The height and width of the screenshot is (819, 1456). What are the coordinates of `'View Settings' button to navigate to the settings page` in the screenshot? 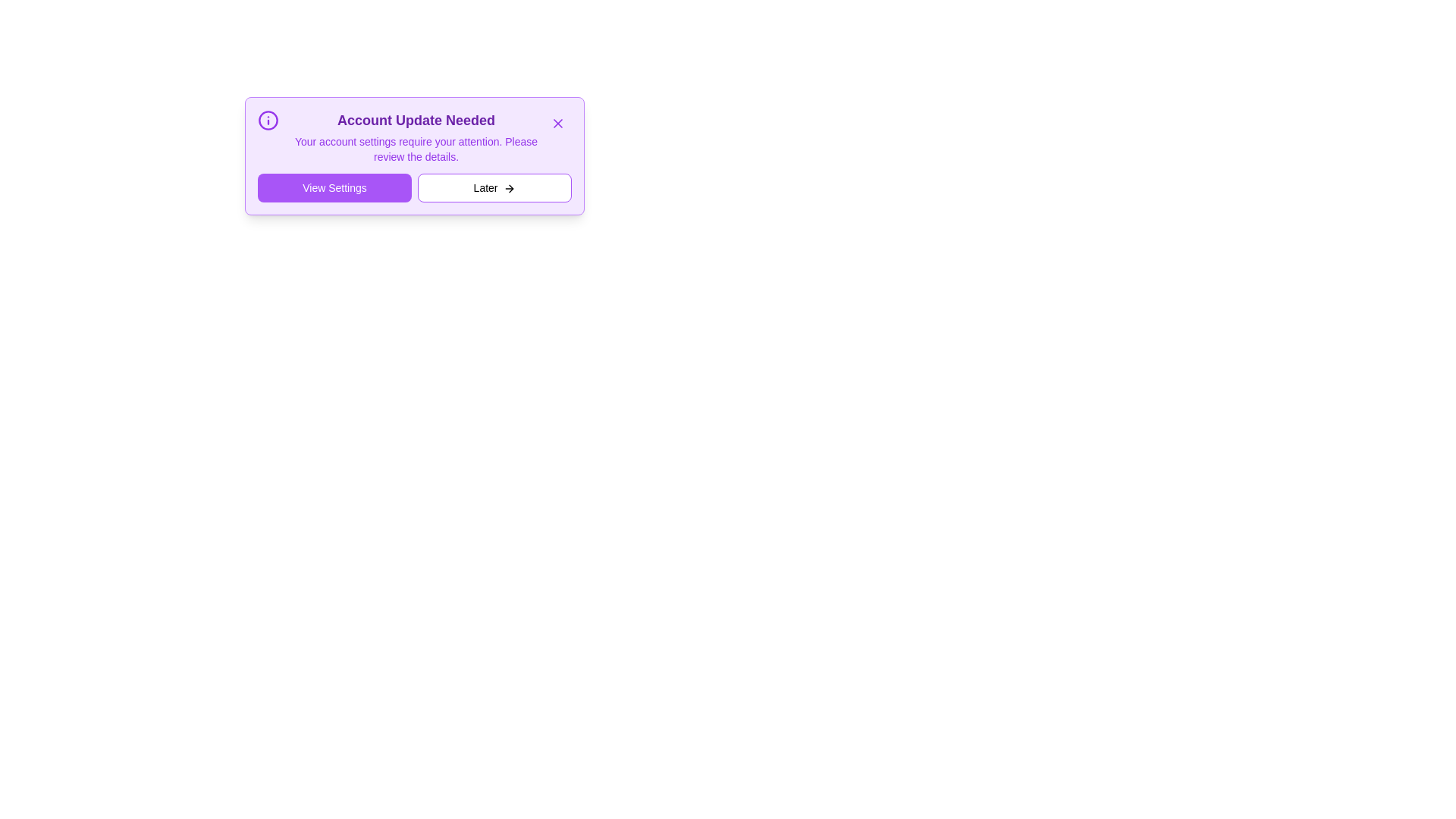 It's located at (334, 187).